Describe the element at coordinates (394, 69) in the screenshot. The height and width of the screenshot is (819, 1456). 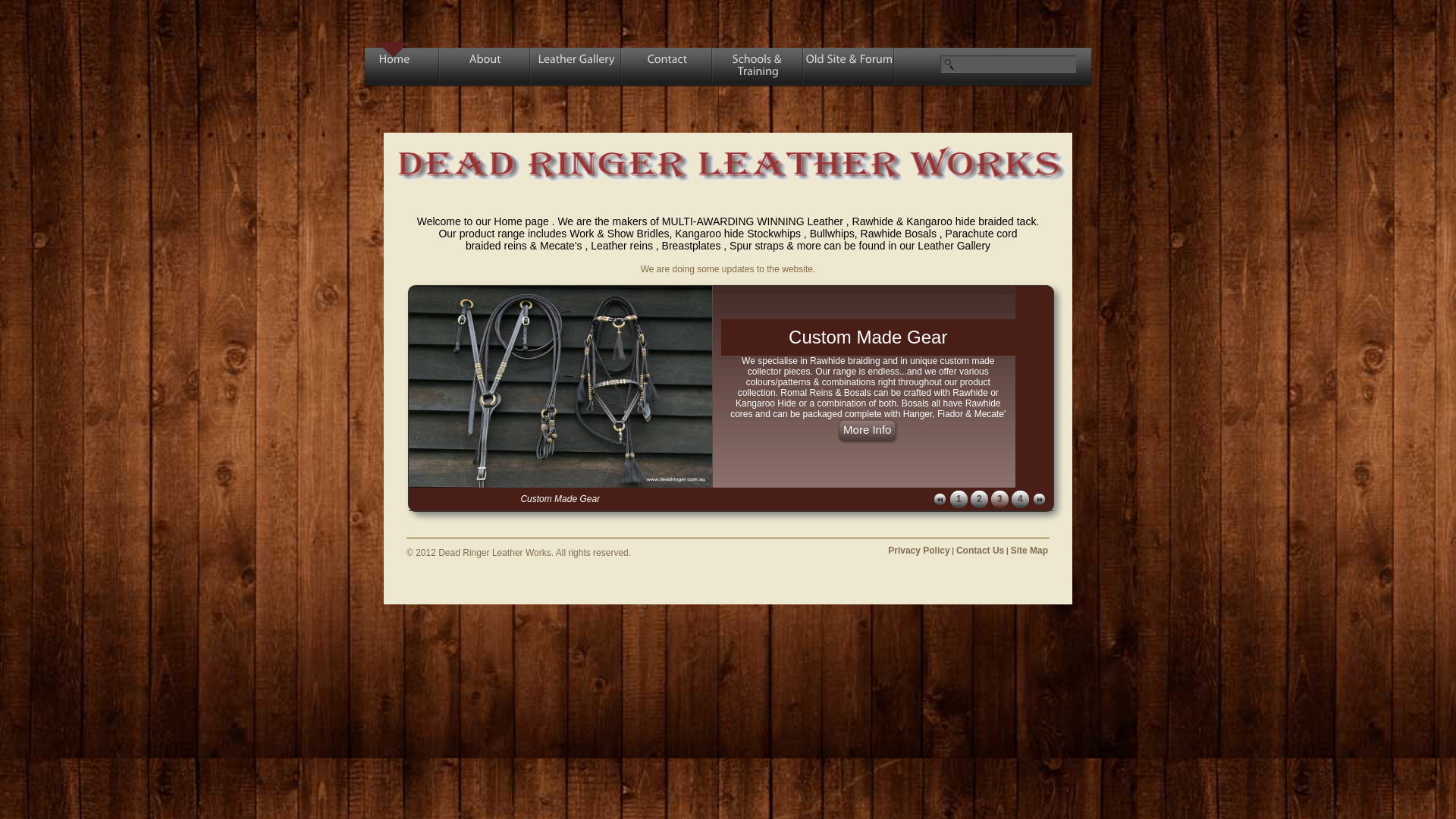
I see `'Home'` at that location.